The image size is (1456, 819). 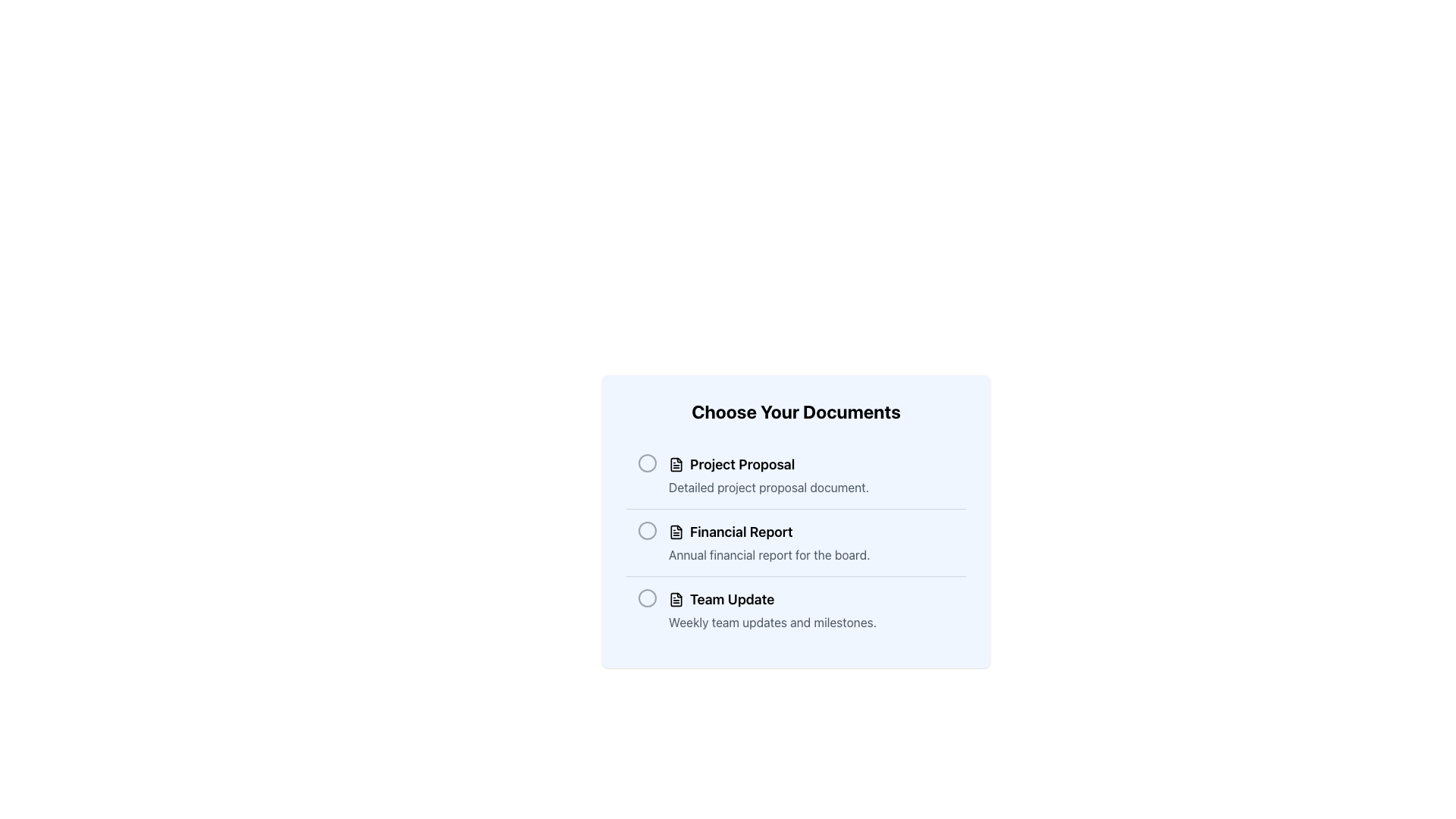 I want to click on the 'Team Update' text block, which contains a bold title and a smaller description, located in the 'Choose Your Documents' section, so click(x=773, y=610).